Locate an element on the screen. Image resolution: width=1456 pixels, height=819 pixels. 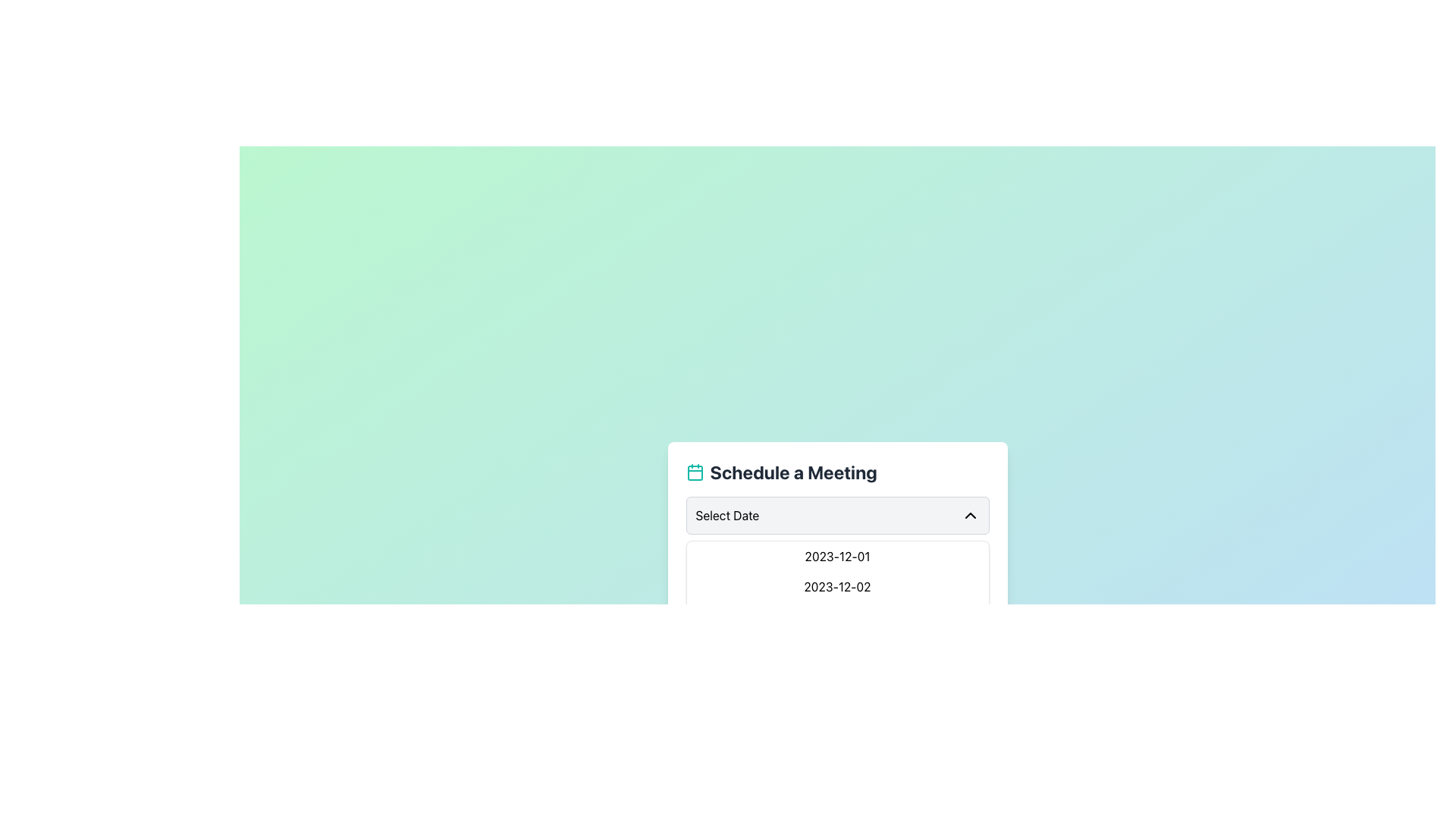
the small teal calendar icon, which is located to the left of the 'Schedule a Meeting' text label is located at coordinates (694, 472).